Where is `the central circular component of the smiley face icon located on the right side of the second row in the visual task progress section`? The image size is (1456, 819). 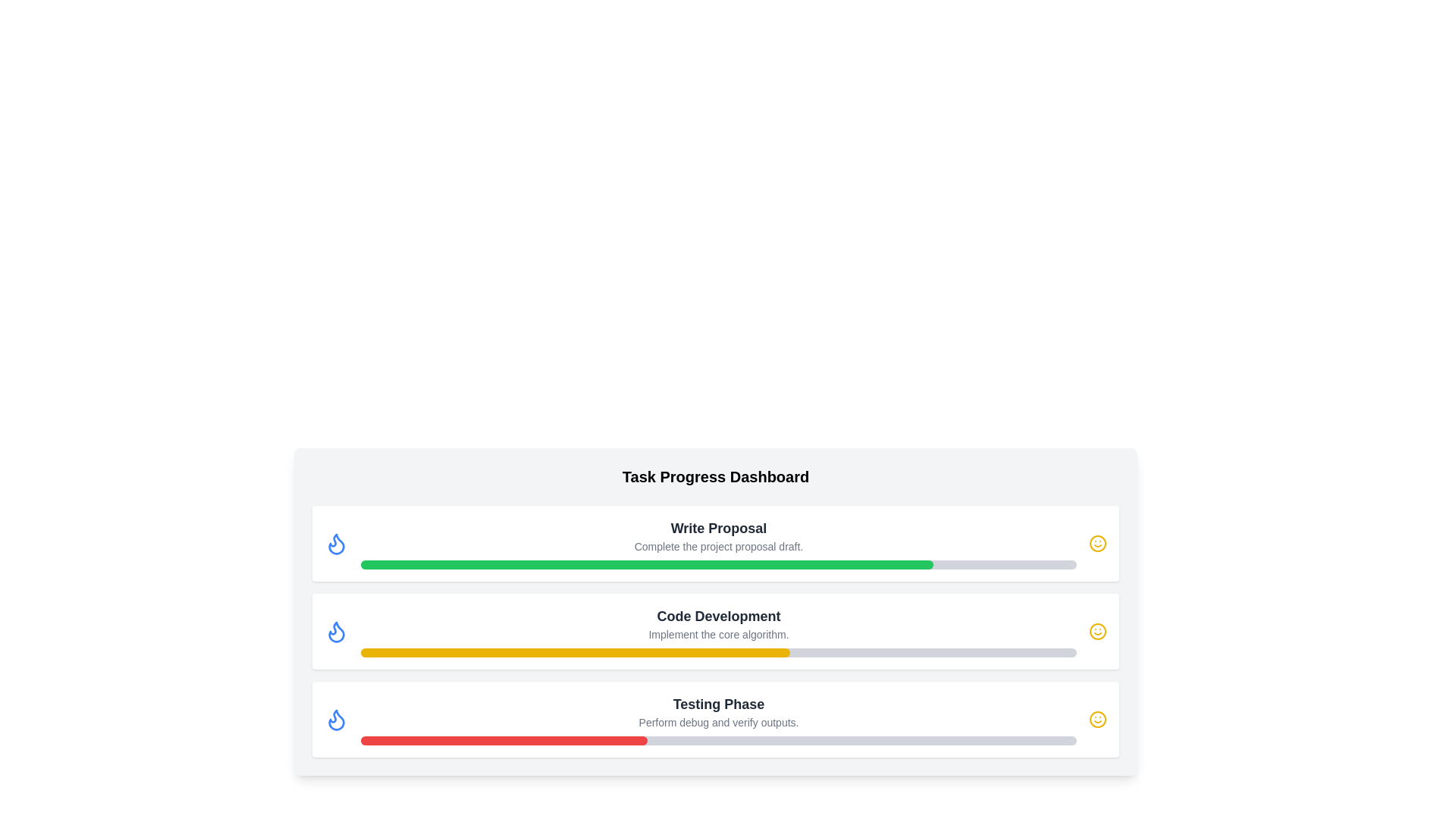
the central circular component of the smiley face icon located on the right side of the second row in the visual task progress section is located at coordinates (1098, 632).